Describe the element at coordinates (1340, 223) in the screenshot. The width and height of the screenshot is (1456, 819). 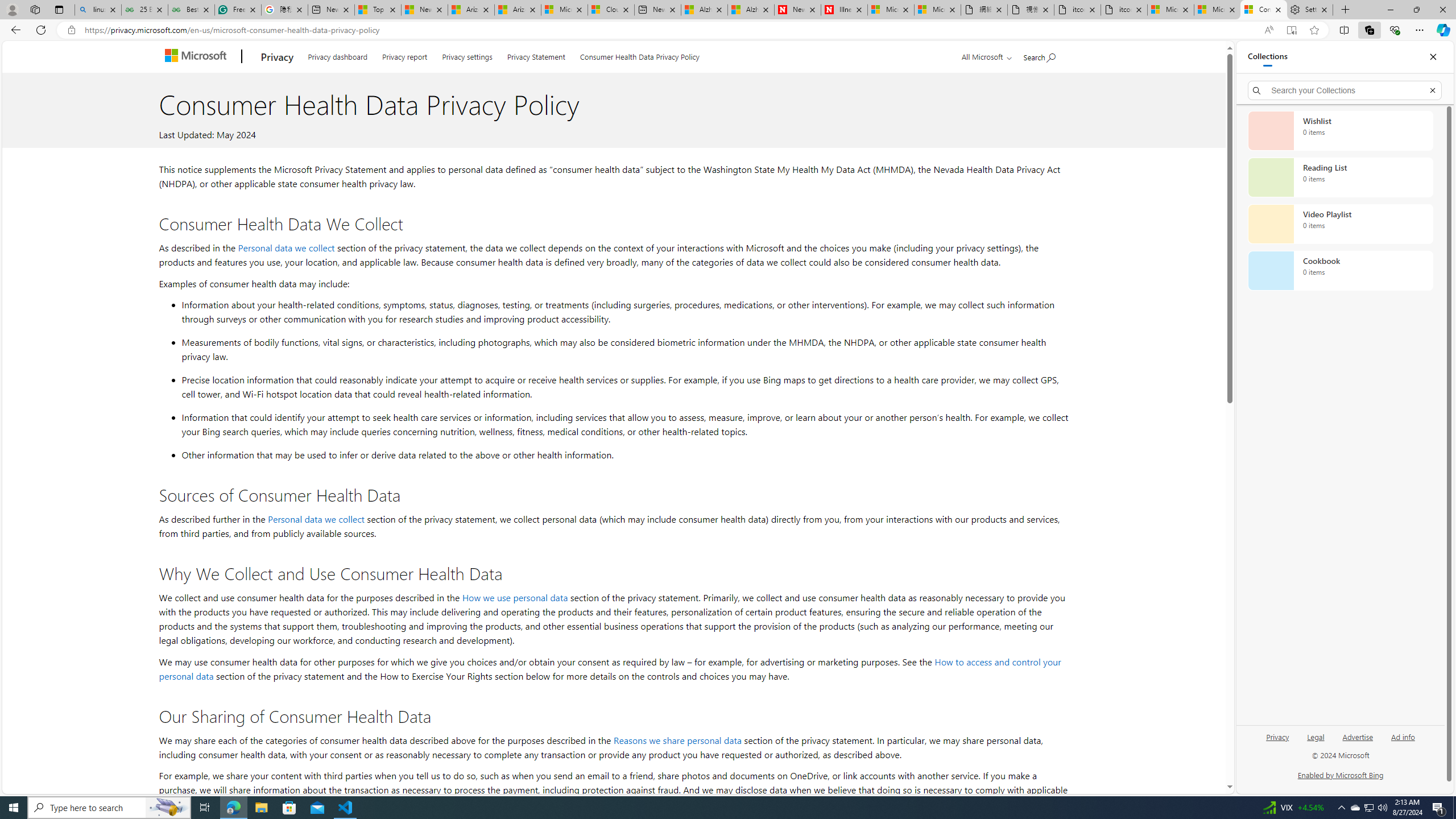
I see `'Video Playlist collection, 0 items'` at that location.